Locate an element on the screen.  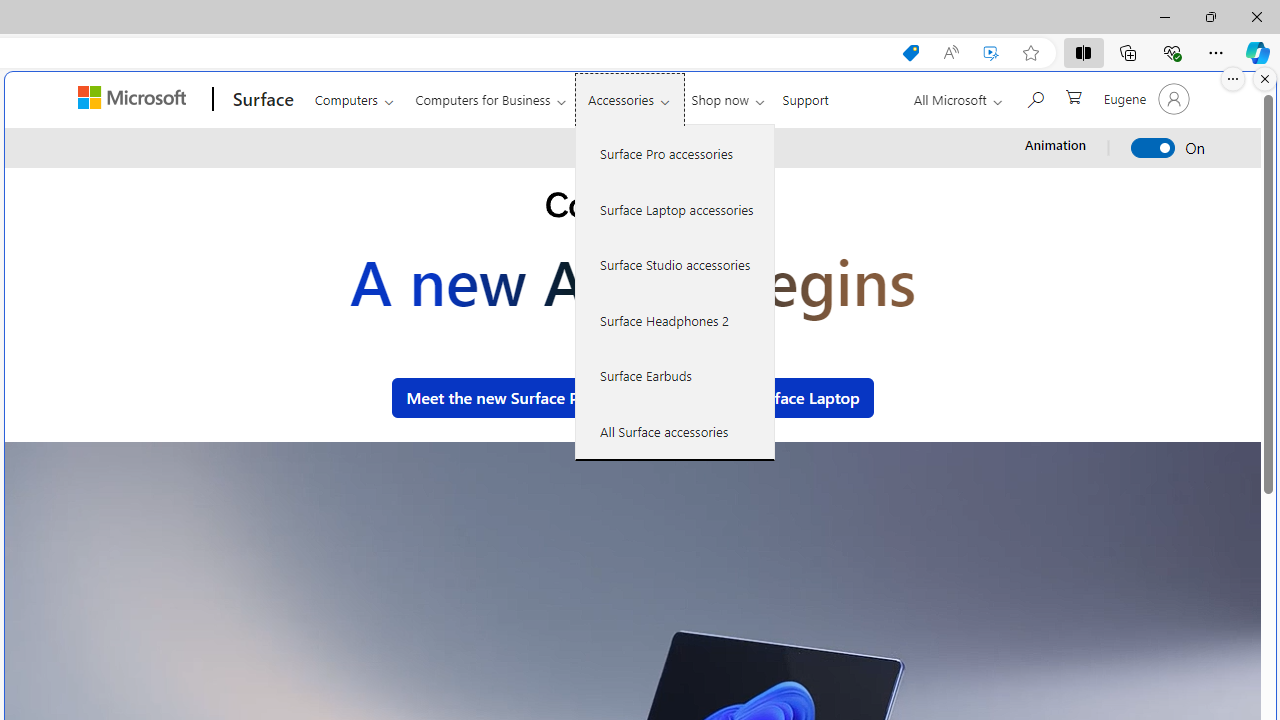
'Surface' is located at coordinates (259, 99).